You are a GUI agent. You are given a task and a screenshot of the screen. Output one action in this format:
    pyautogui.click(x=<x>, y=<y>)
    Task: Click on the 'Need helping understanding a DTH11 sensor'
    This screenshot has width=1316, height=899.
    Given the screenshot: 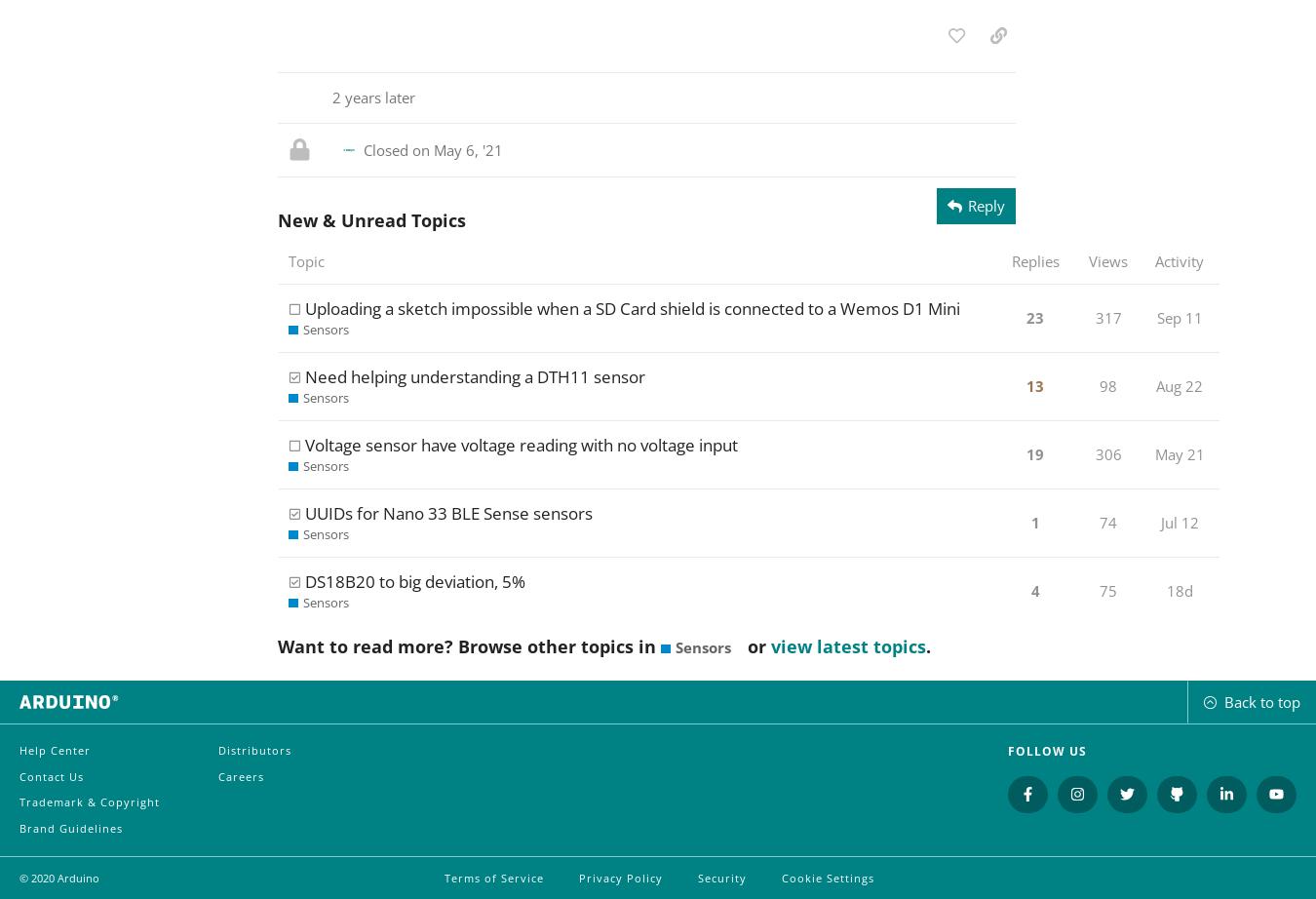 What is the action you would take?
    pyautogui.click(x=473, y=375)
    